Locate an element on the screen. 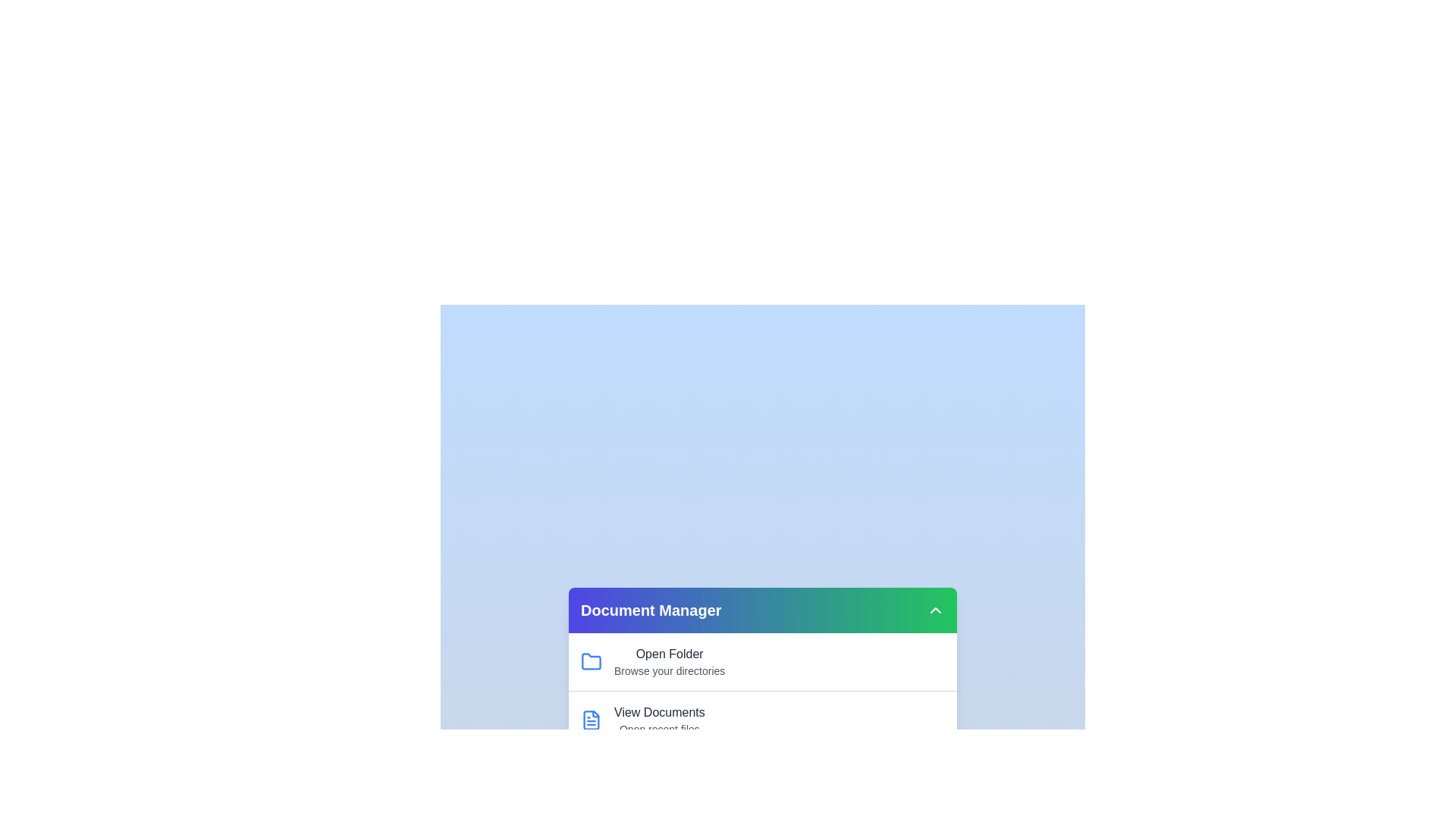 The height and width of the screenshot is (819, 1456). the menu item Open Folder to highlight it is located at coordinates (669, 654).